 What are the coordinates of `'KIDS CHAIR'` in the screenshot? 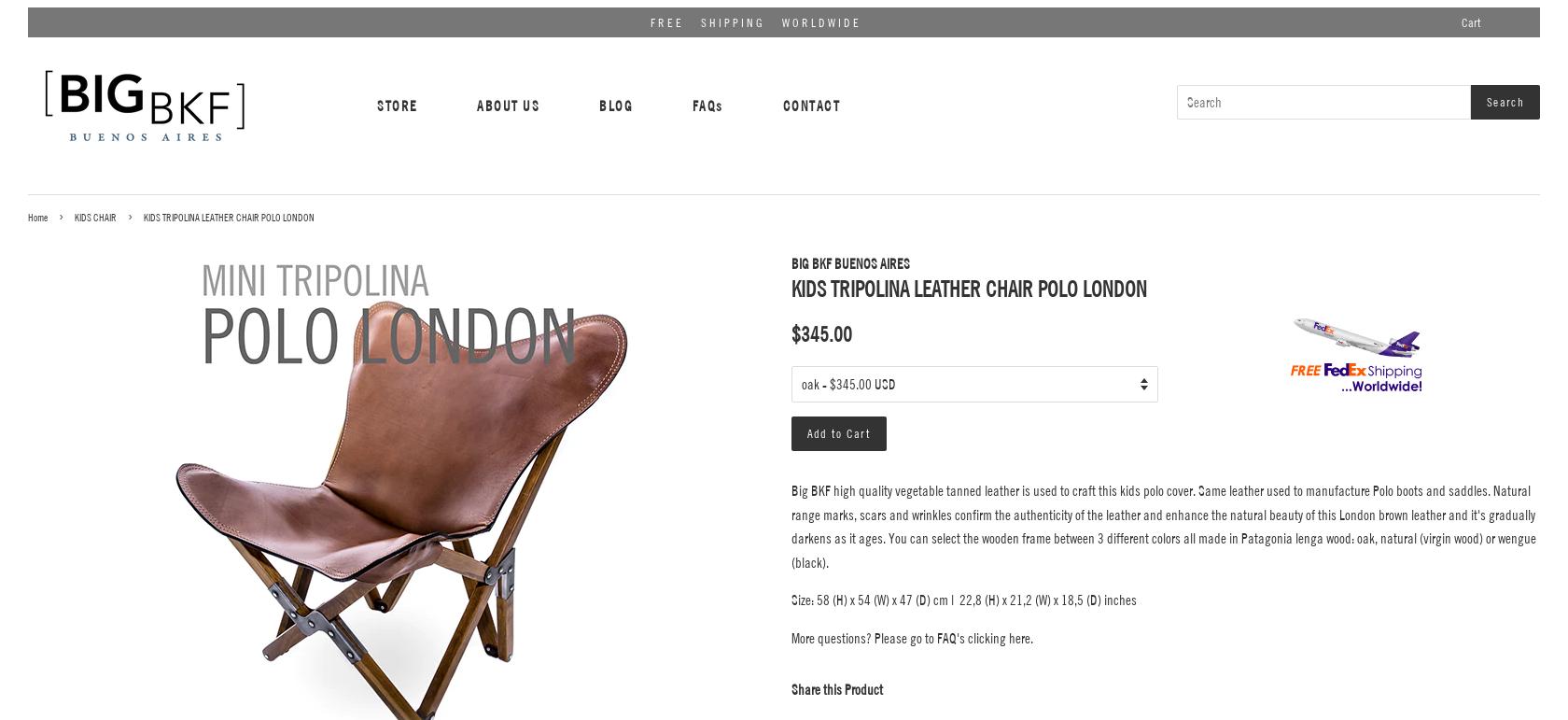 It's located at (95, 216).